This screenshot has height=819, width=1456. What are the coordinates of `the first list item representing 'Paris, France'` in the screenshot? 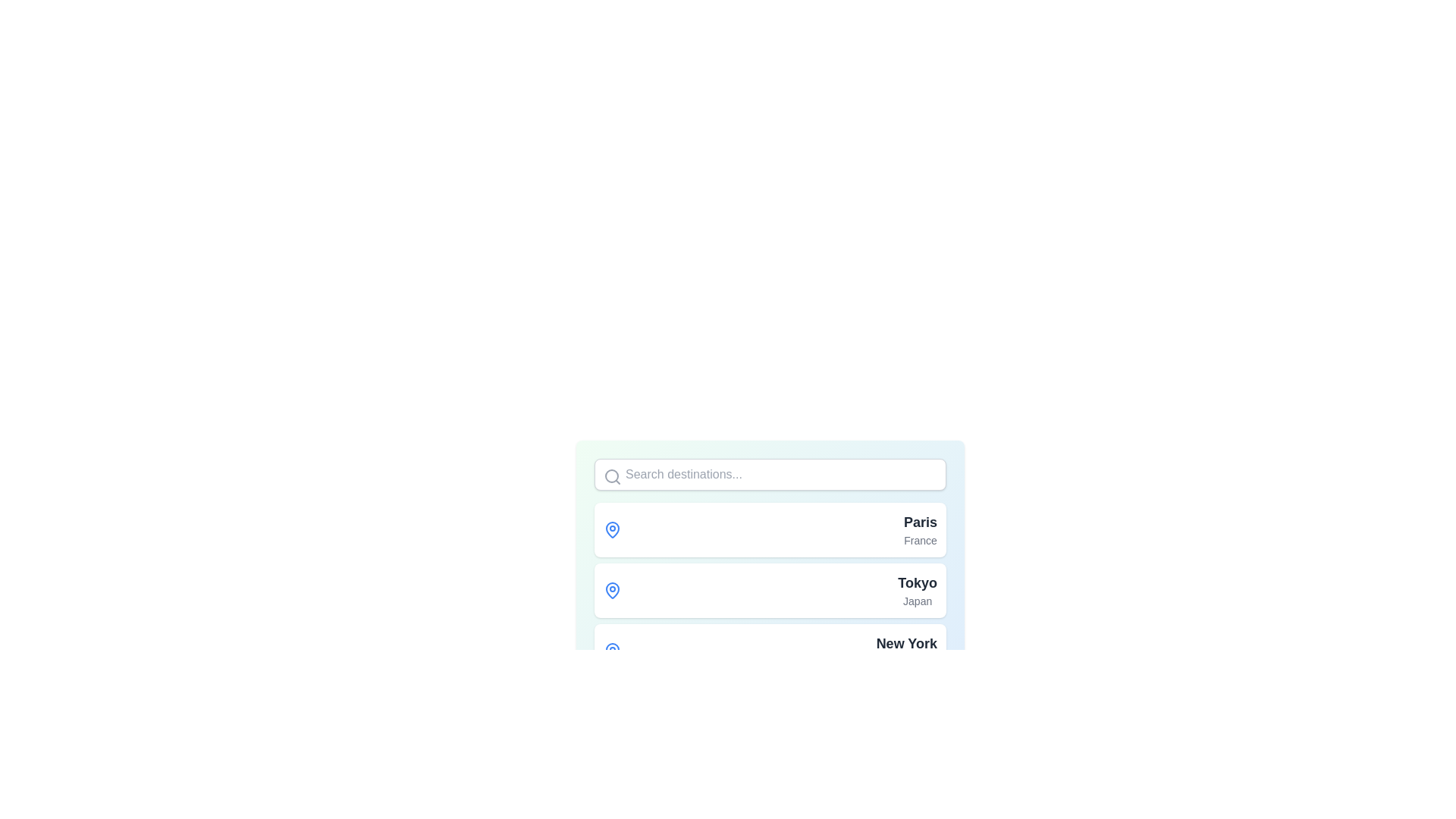 It's located at (770, 529).